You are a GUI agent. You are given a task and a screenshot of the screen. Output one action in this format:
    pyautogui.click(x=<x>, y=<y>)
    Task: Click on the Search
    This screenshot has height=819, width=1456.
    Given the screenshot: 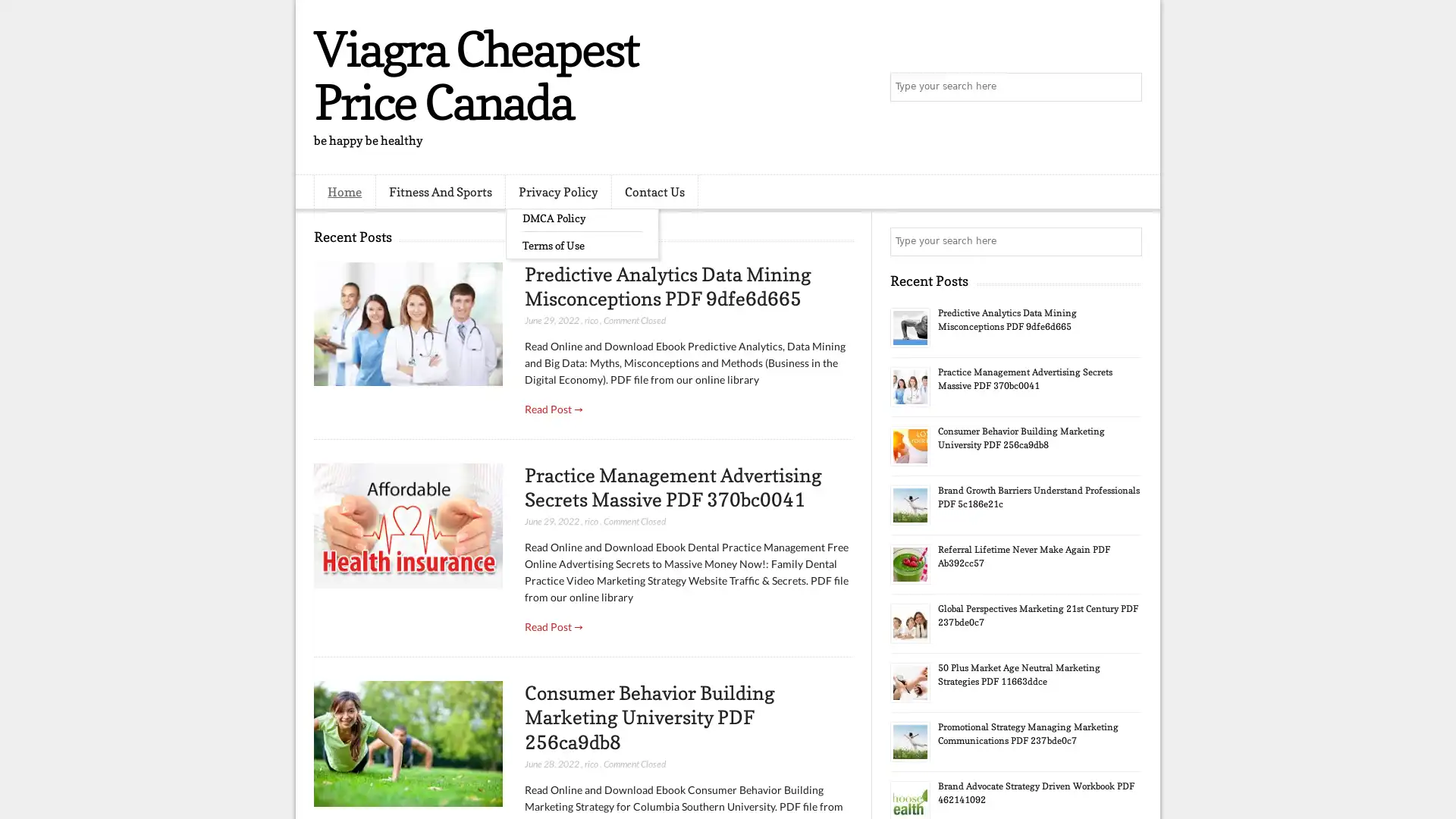 What is the action you would take?
    pyautogui.click(x=1126, y=241)
    